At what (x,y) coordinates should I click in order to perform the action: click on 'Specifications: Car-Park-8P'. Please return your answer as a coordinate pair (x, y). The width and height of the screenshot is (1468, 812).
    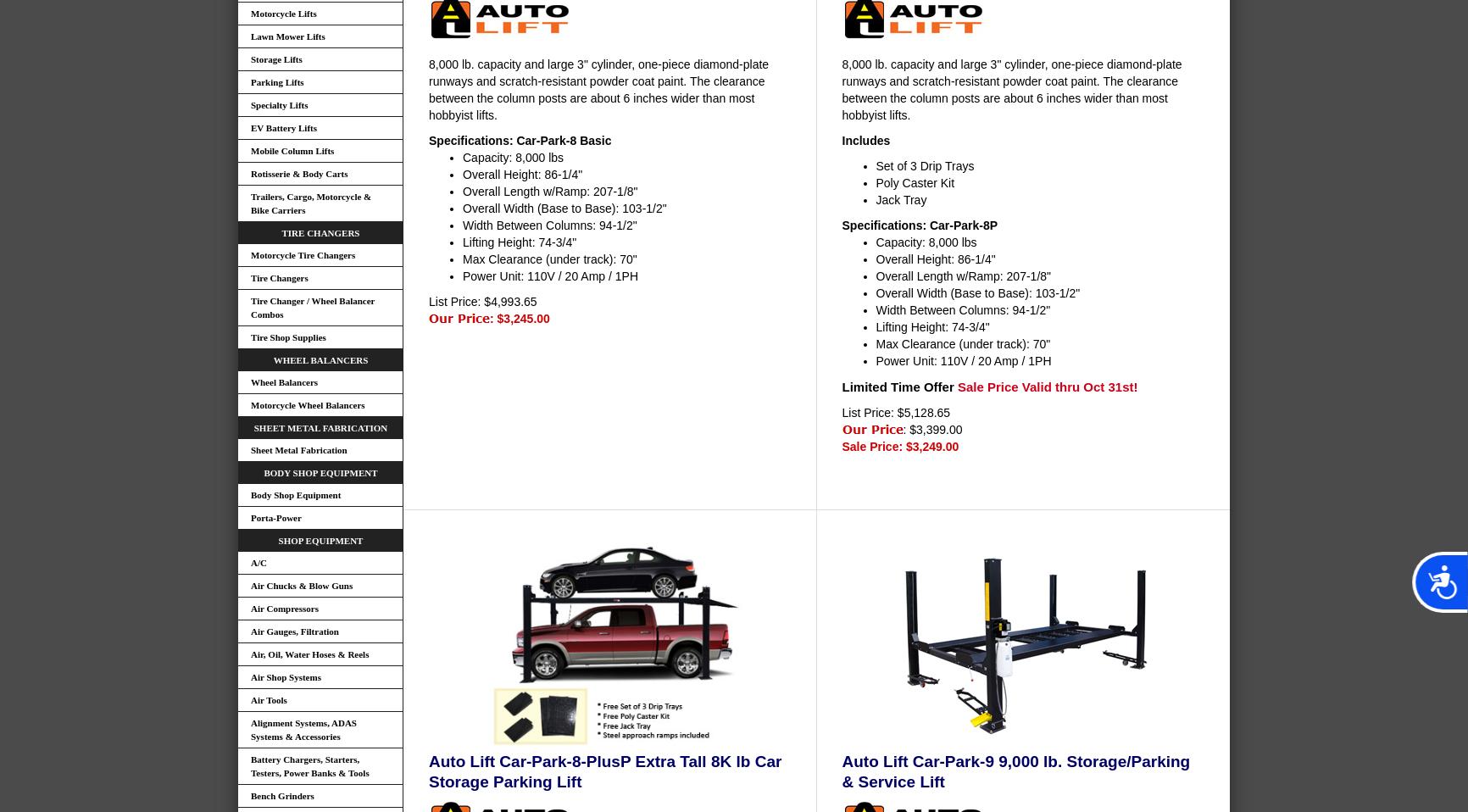
    Looking at the image, I should click on (918, 224).